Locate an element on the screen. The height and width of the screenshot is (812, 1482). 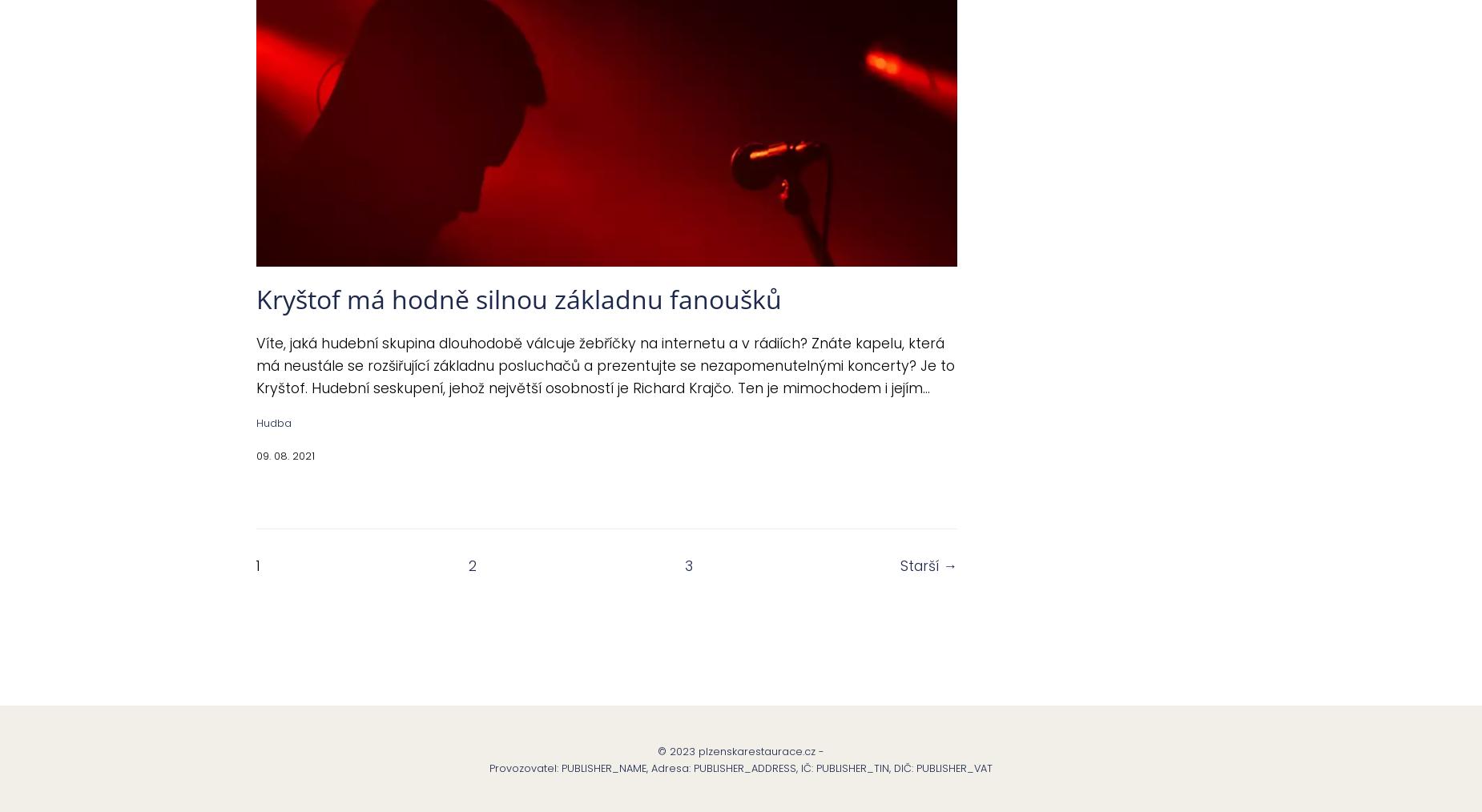
'1' is located at coordinates (256, 565).